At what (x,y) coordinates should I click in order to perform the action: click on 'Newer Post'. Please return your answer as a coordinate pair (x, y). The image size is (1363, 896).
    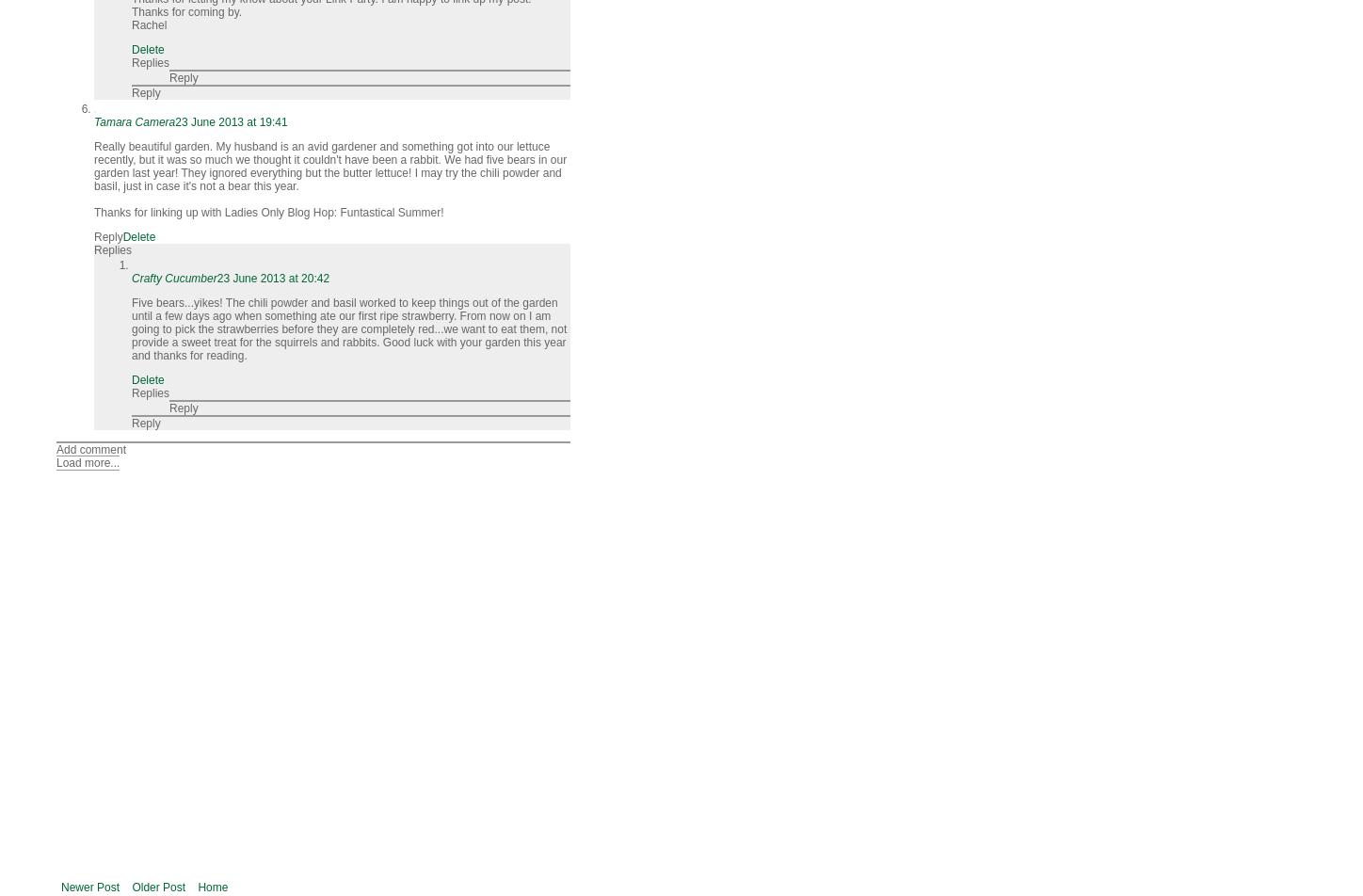
    Looking at the image, I should click on (61, 887).